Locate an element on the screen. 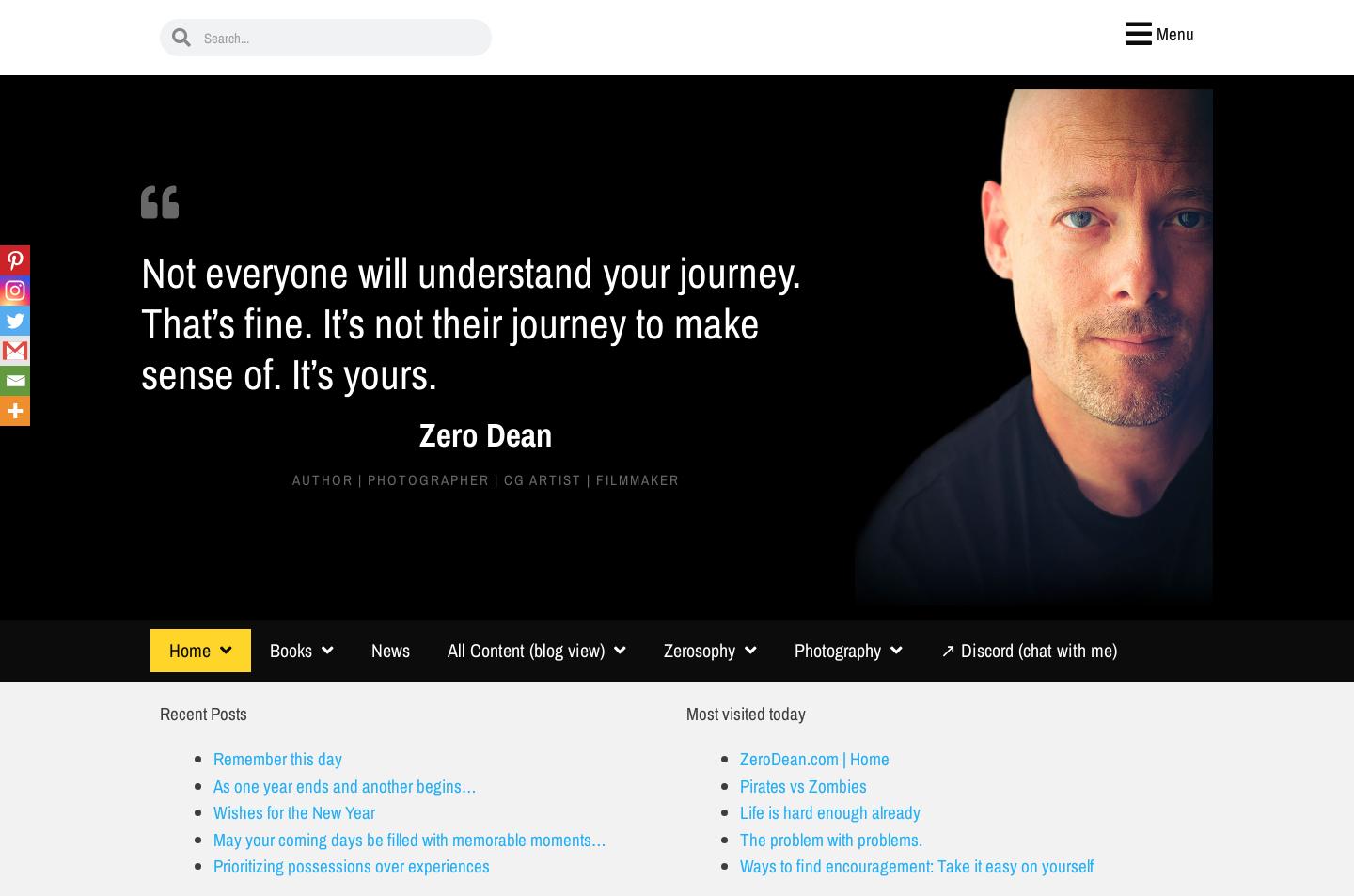 The image size is (1354, 896). 'Photography' is located at coordinates (837, 649).